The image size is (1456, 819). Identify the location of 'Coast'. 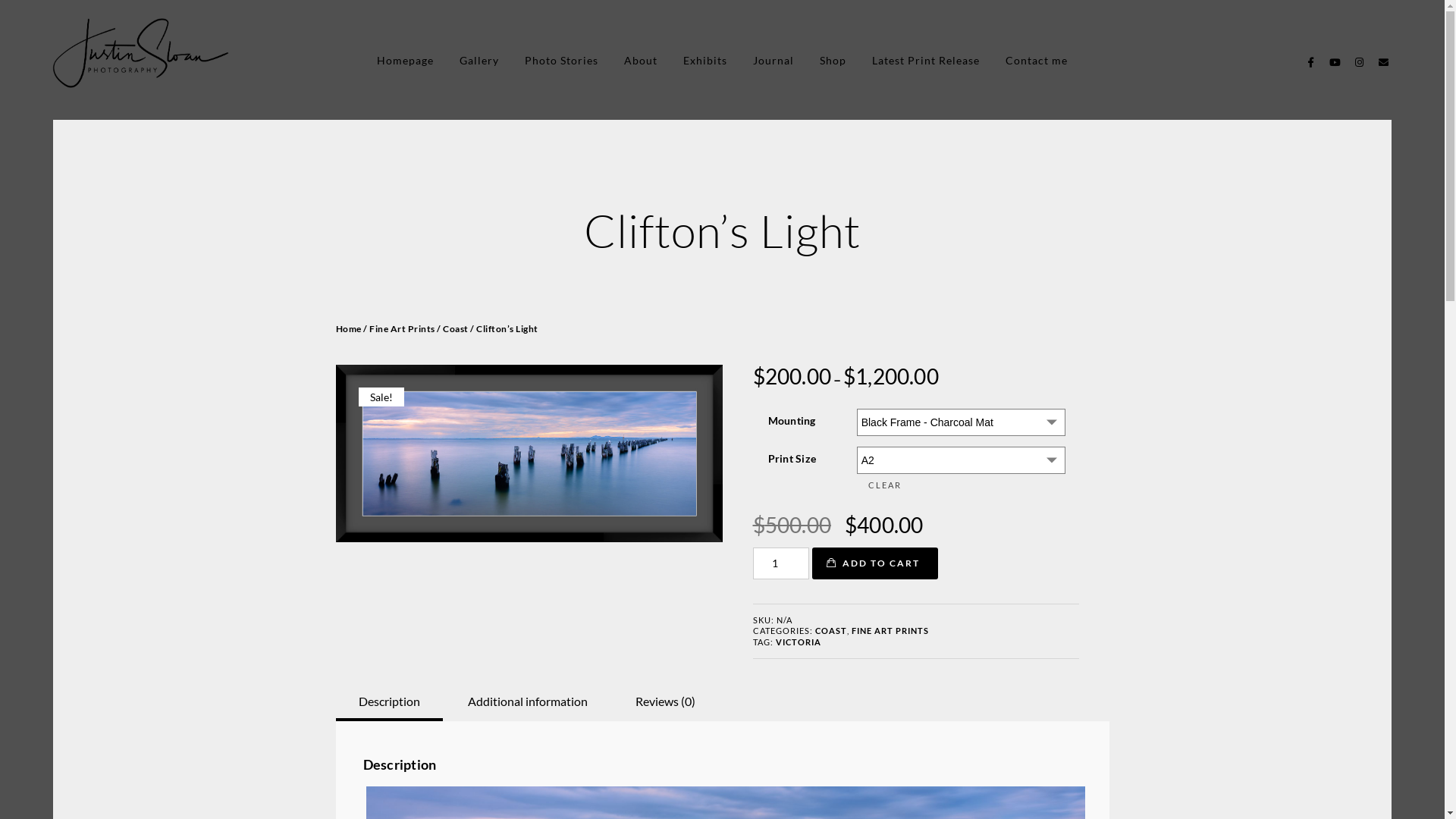
(454, 328).